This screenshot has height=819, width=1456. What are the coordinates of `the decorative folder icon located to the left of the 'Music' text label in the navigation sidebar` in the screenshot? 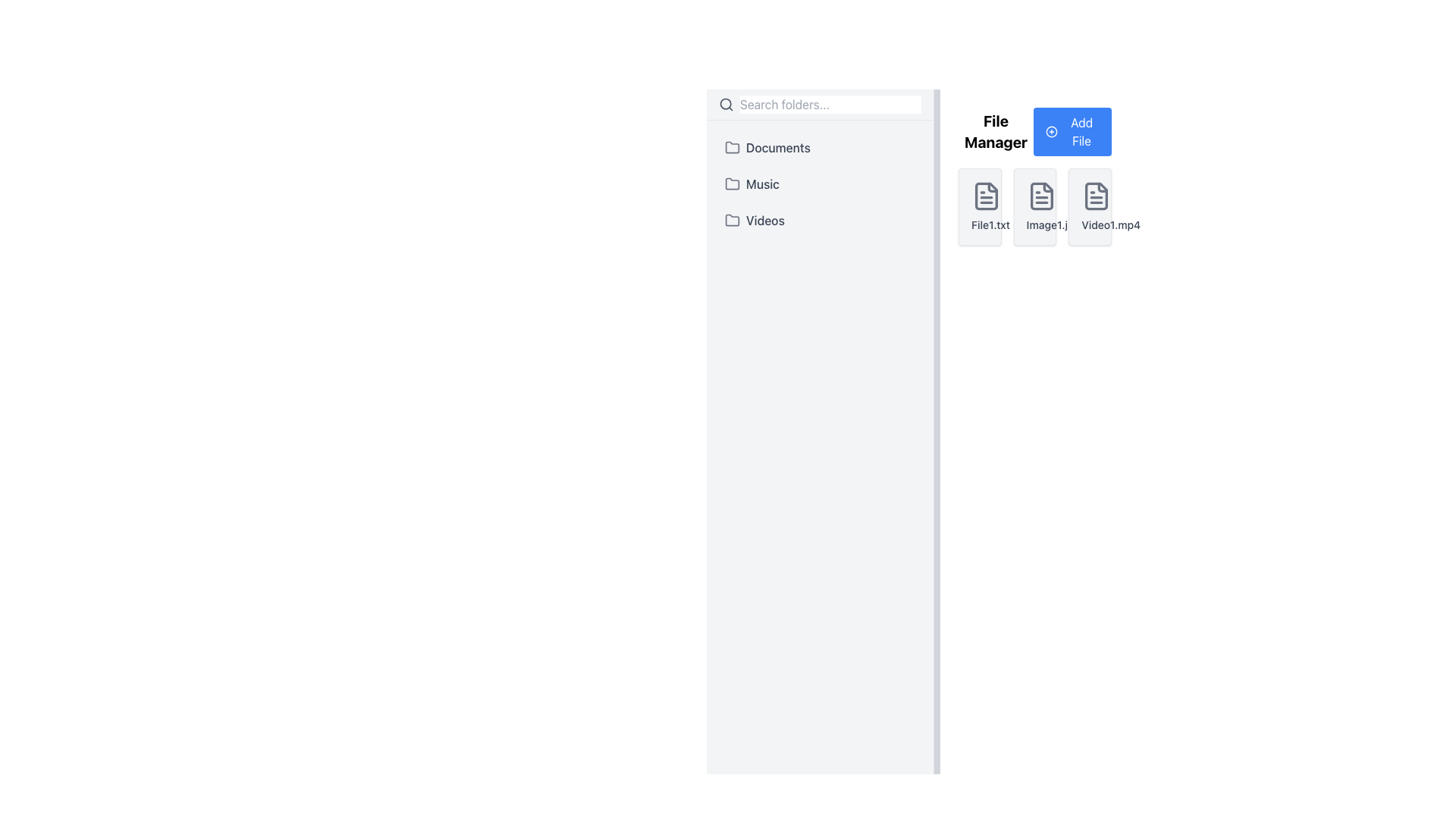 It's located at (732, 184).